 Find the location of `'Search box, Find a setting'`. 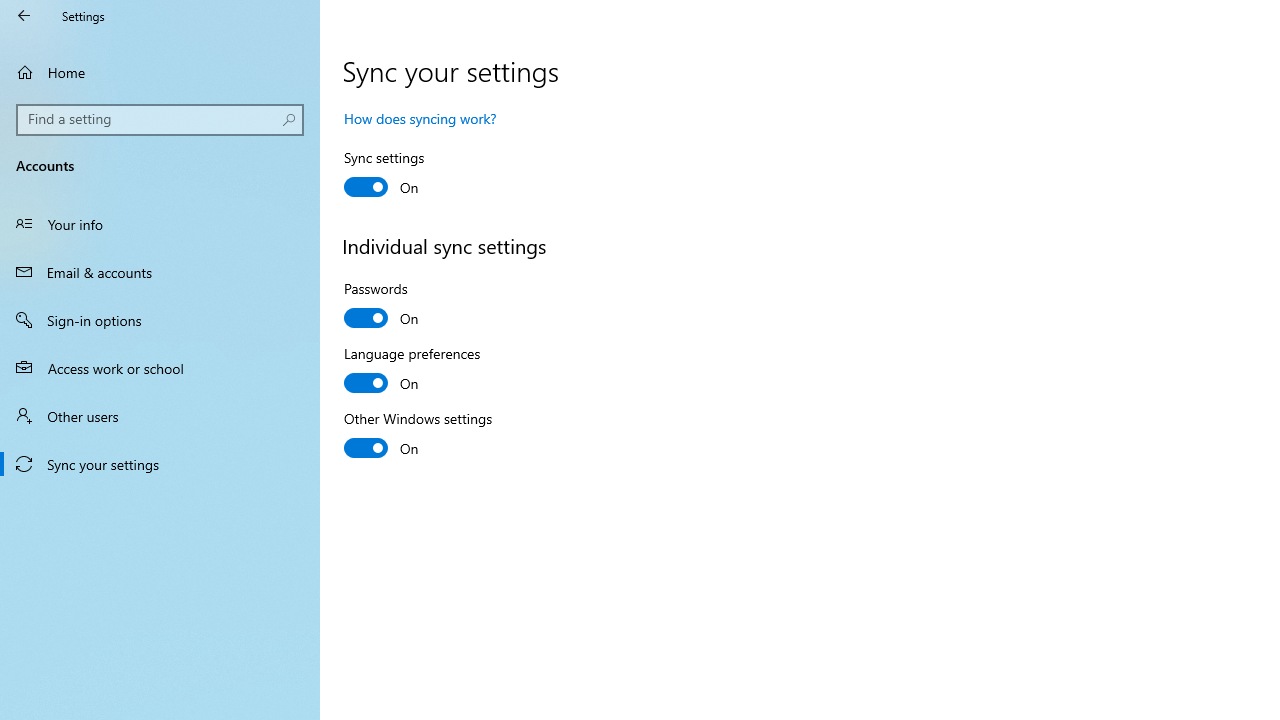

'Search box, Find a setting' is located at coordinates (160, 119).